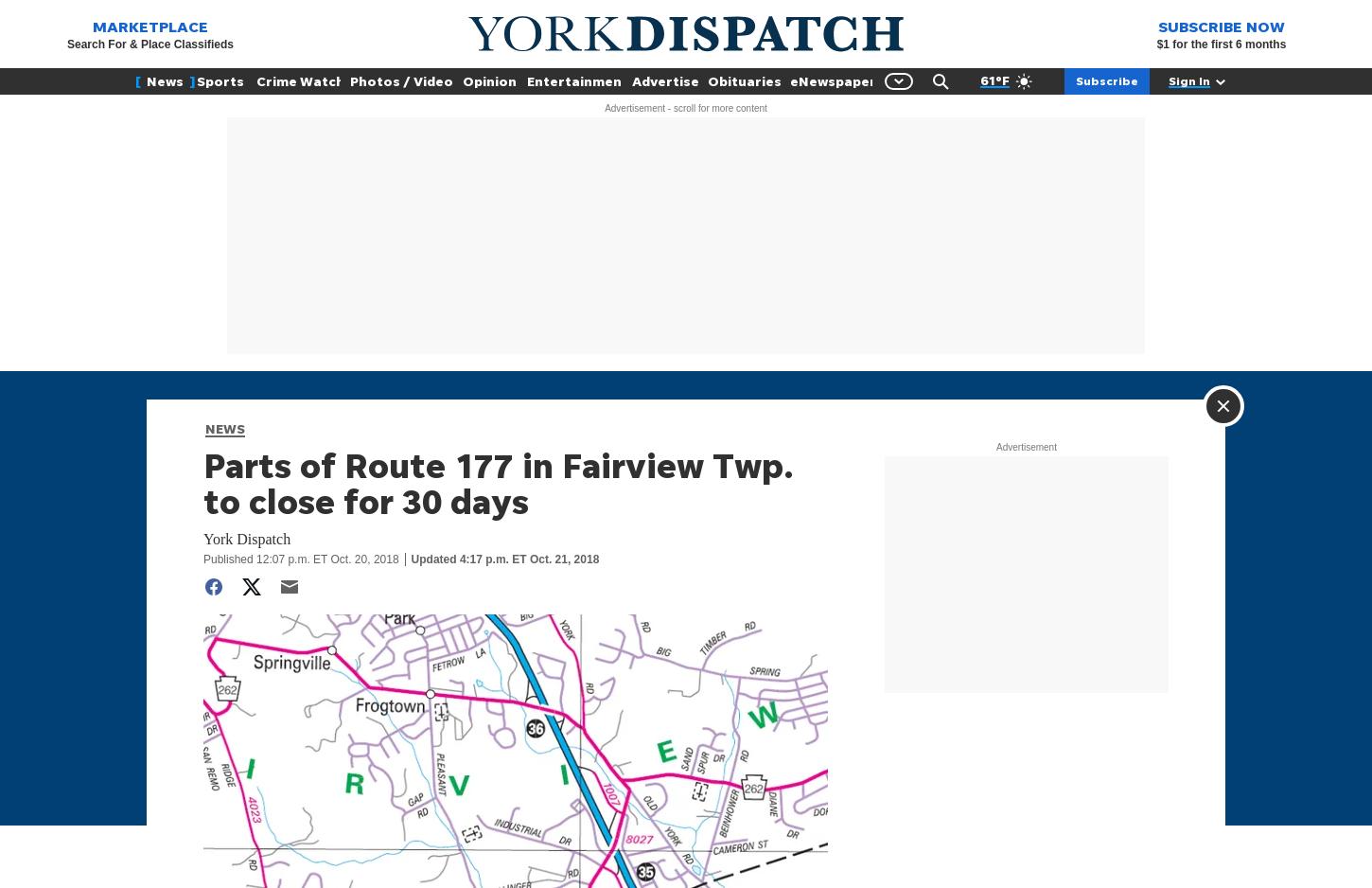 The width and height of the screenshot is (1372, 888). What do you see at coordinates (831, 80) in the screenshot?
I see `'eNewspaper'` at bounding box center [831, 80].